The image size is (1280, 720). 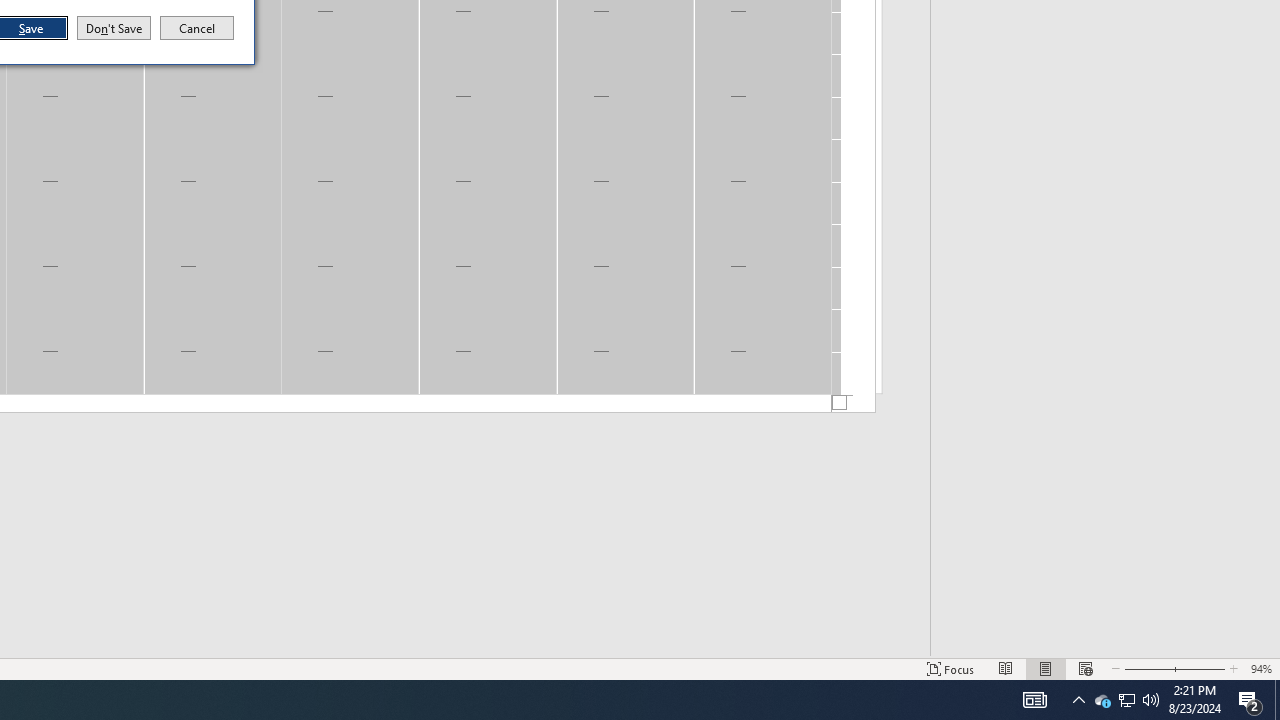 I want to click on 'Action Center, 2 new notifications', so click(x=1250, y=698).